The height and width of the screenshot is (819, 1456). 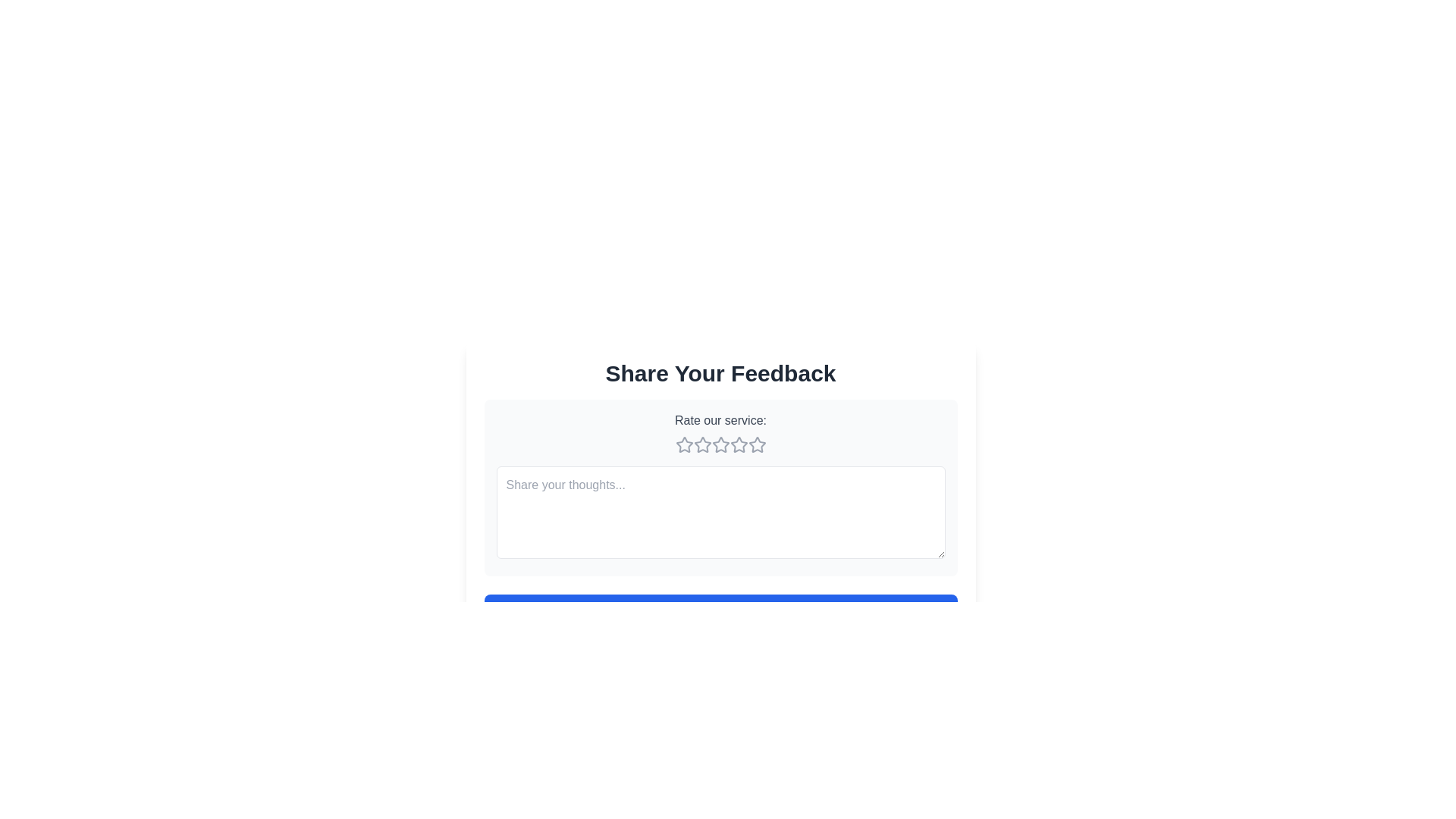 What do you see at coordinates (720, 374) in the screenshot?
I see `the prominent header with large, bold text that is dark charcoal gray and centrally located above the feedback section` at bounding box center [720, 374].